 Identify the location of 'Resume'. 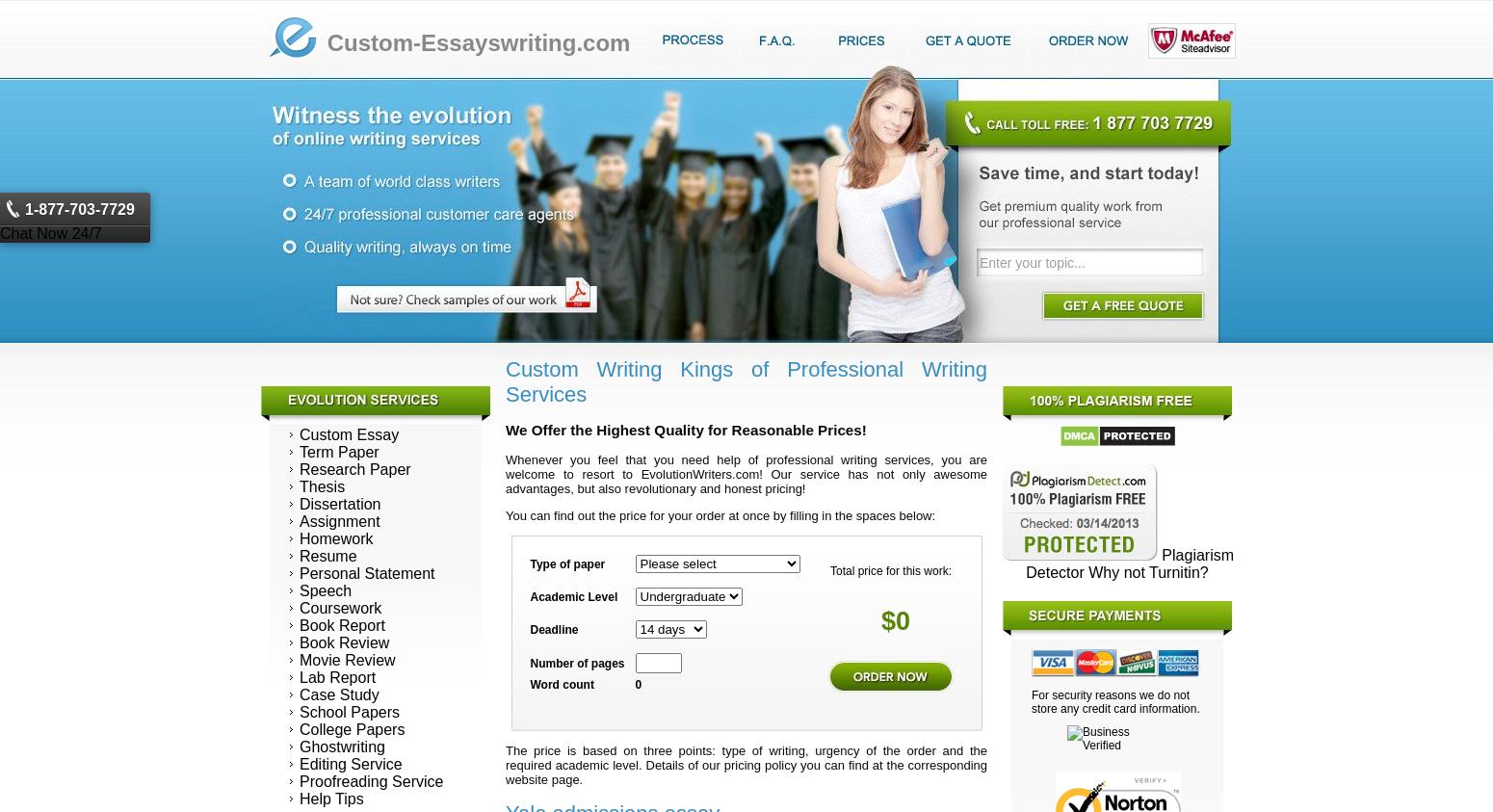
(327, 554).